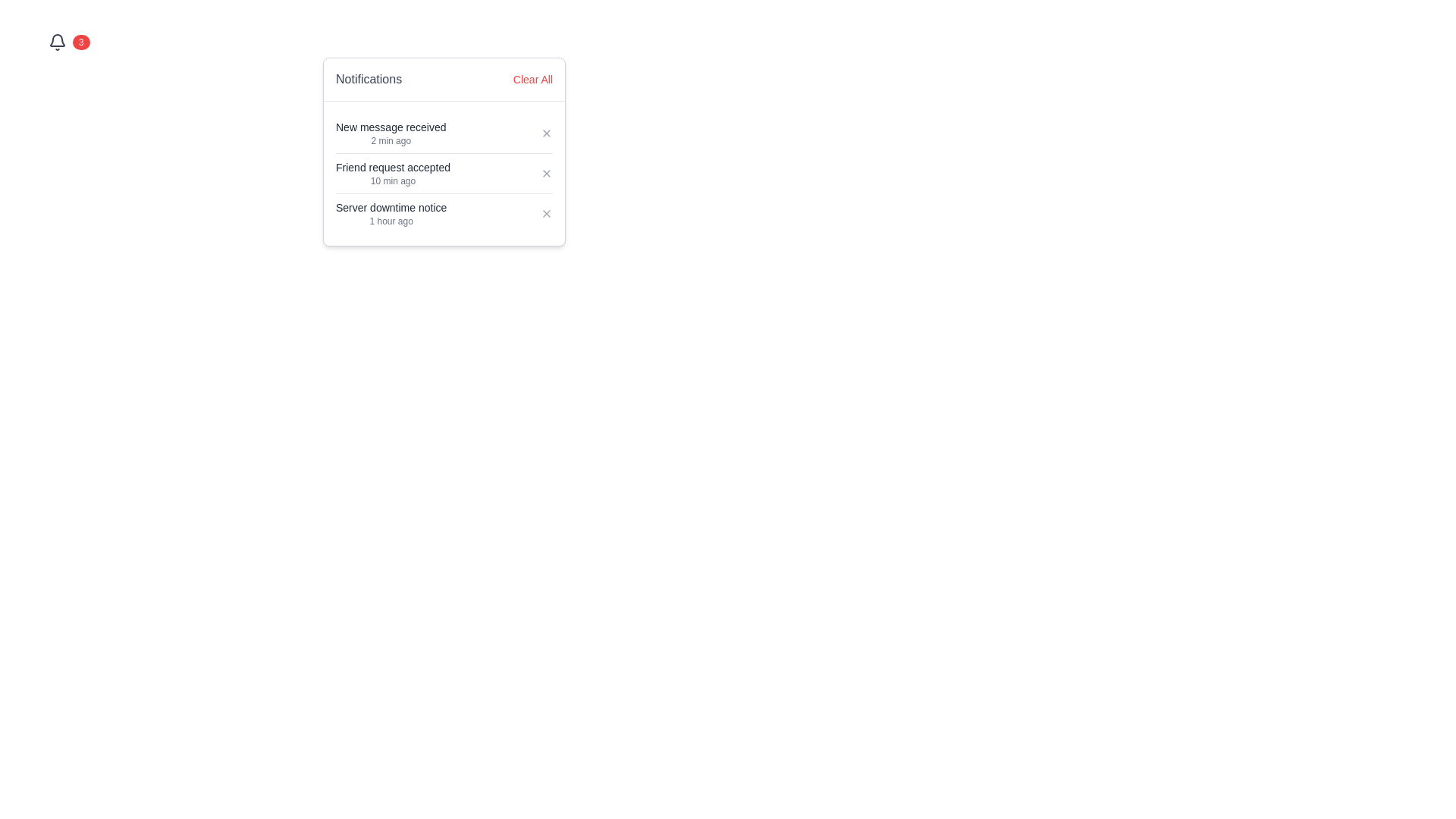  I want to click on the text element that informs the user about a server downtime notice, which is the first part of the third notification entry in a vertically stacked list, so click(391, 207).